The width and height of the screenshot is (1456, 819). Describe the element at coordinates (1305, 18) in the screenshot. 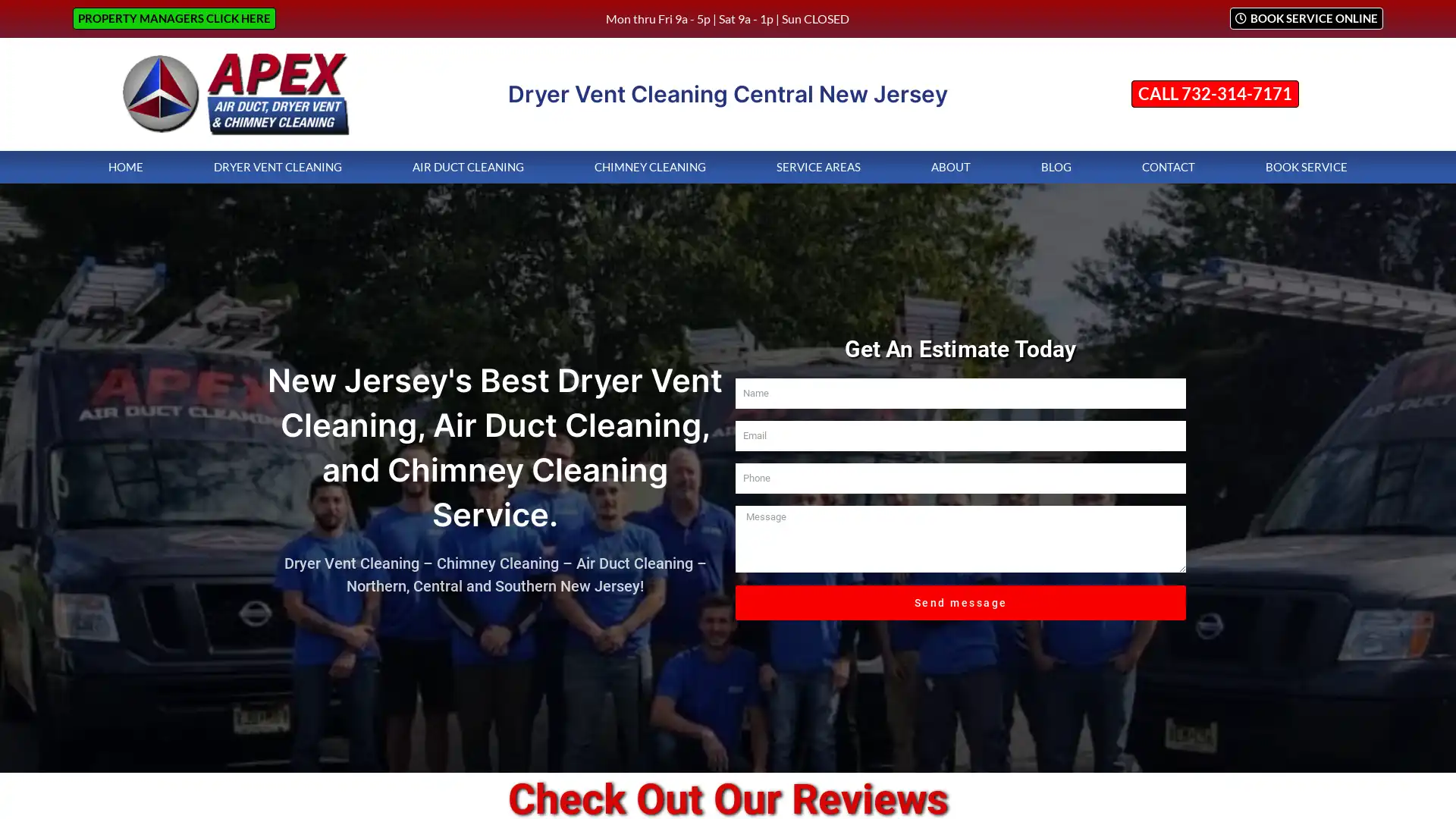

I see `BOOK SERVICE ONLINE` at that location.